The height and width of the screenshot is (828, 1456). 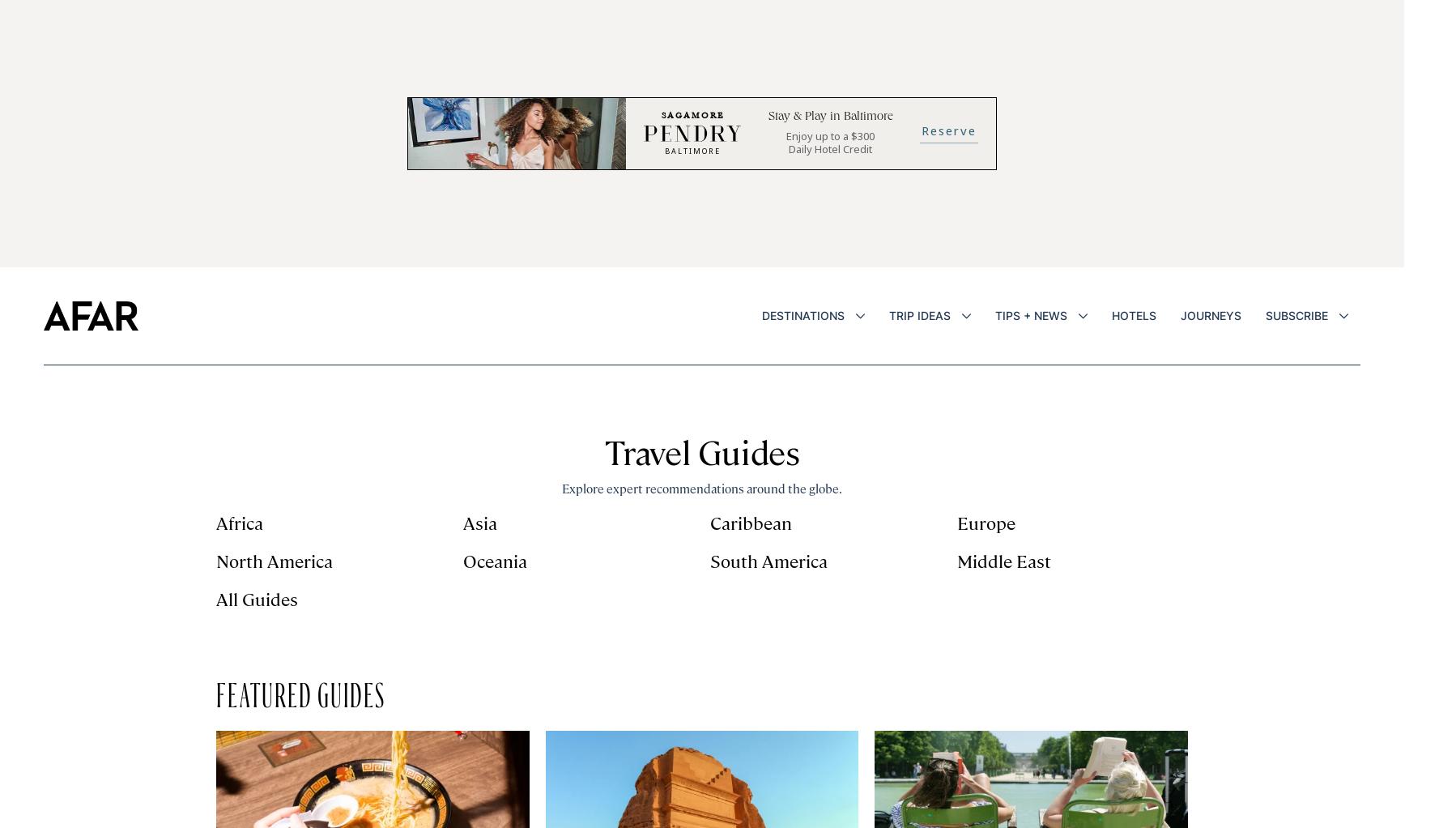 I want to click on 'Loyalty + Rewards', so click(x=1266, y=473).